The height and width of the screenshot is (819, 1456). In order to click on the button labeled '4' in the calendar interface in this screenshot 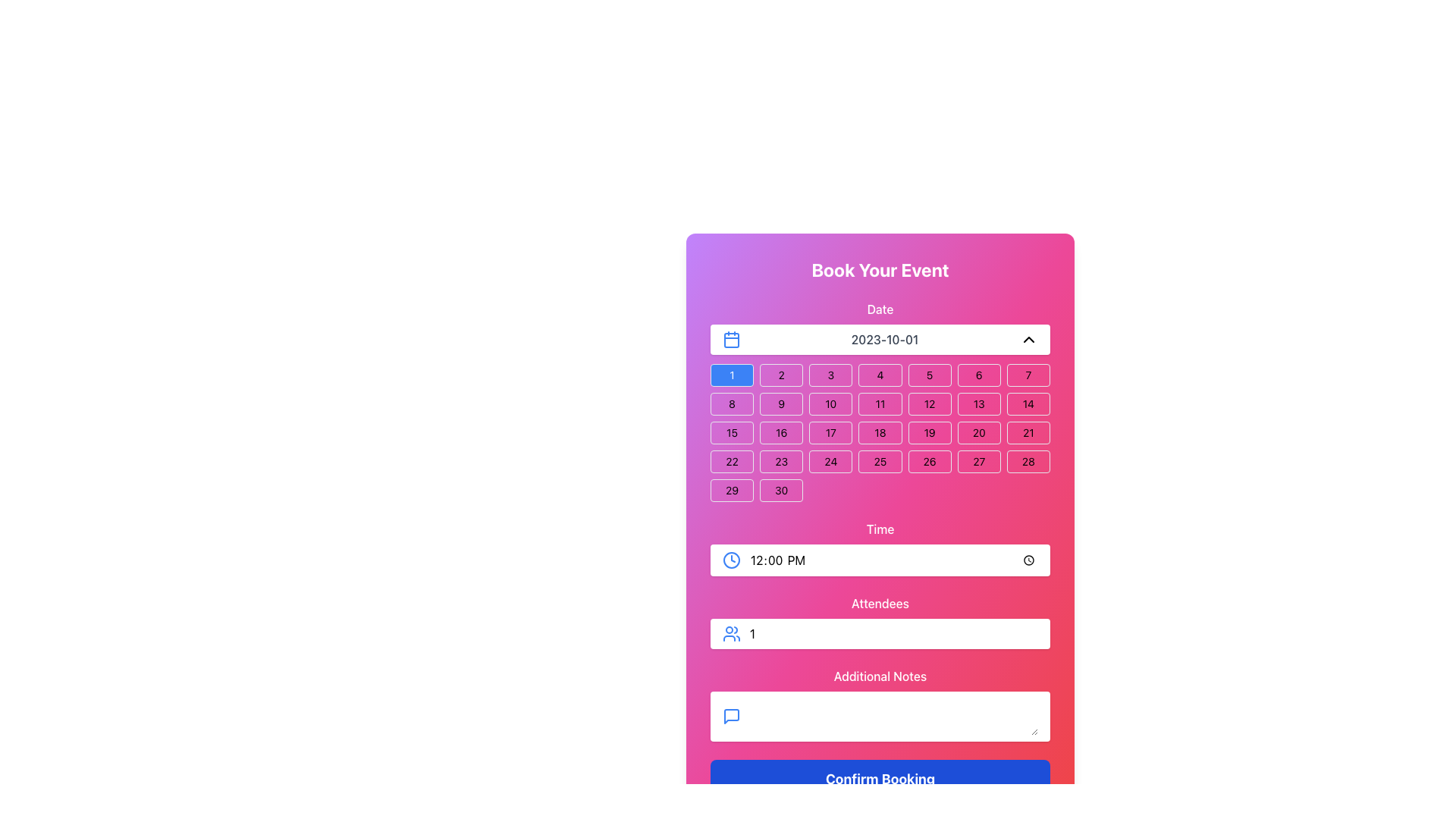, I will do `click(880, 375)`.